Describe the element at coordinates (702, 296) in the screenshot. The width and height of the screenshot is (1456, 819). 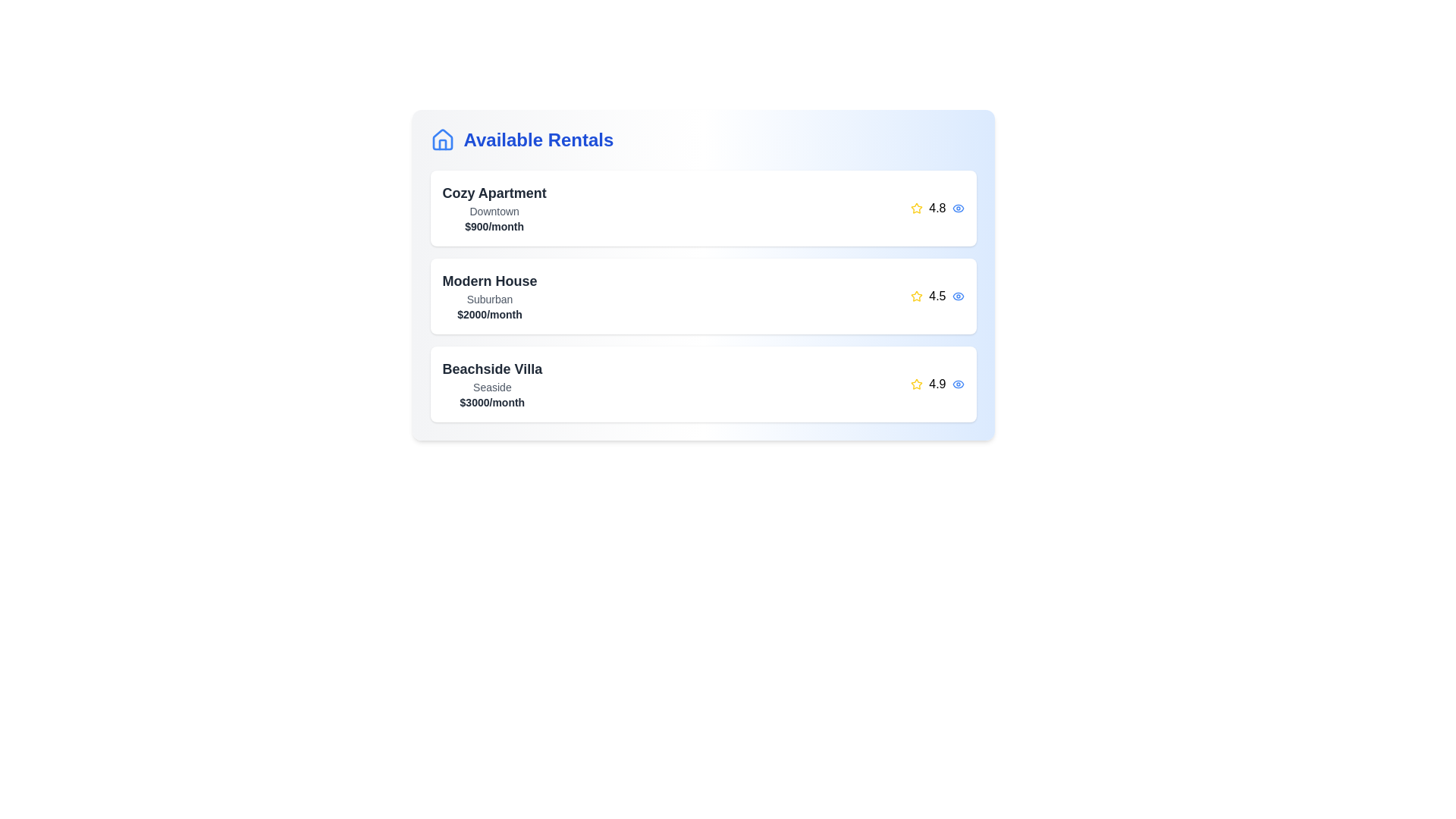
I see `the rental item corresponding to Modern House` at that location.